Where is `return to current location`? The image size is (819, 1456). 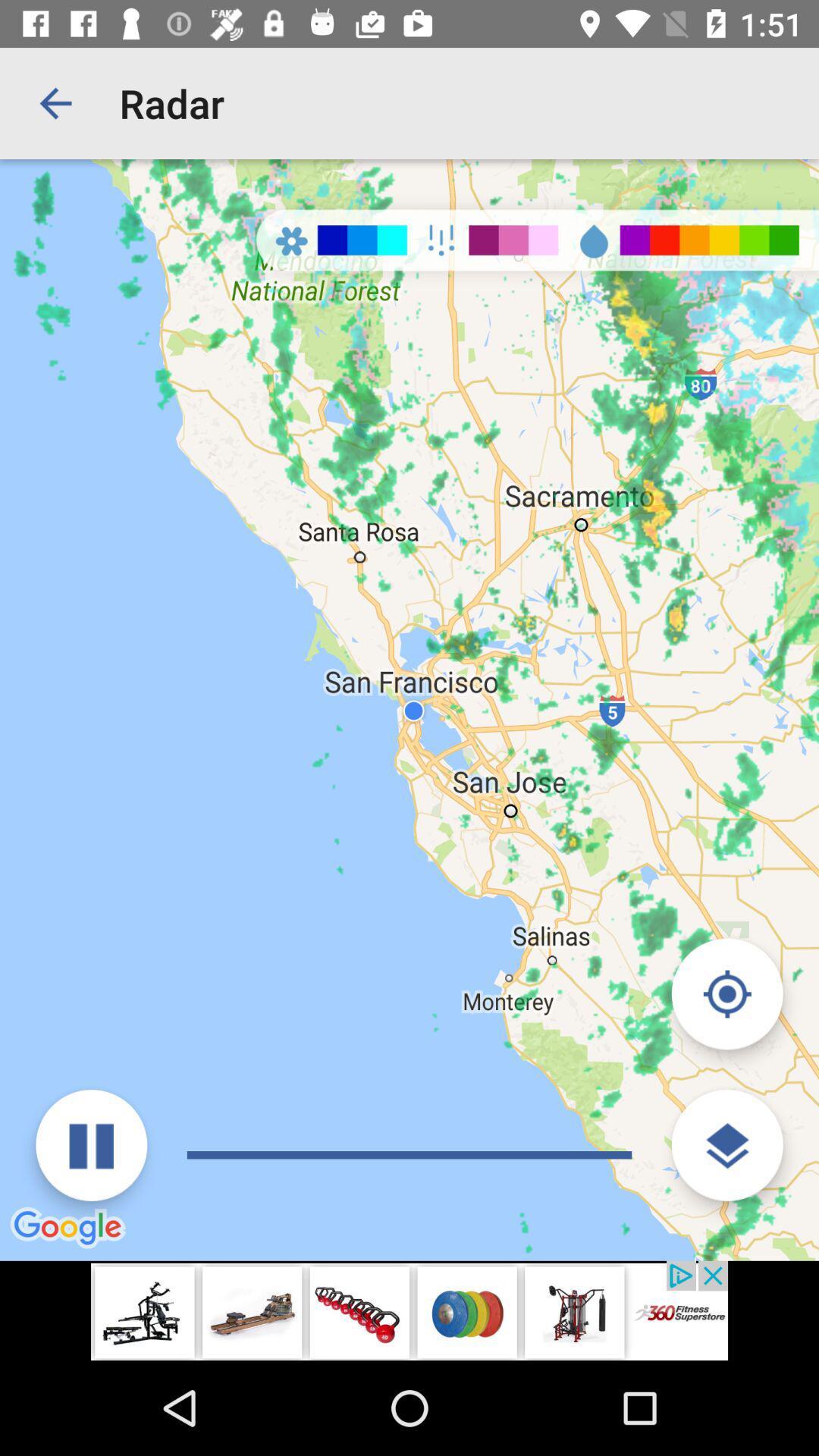
return to current location is located at coordinates (726, 993).